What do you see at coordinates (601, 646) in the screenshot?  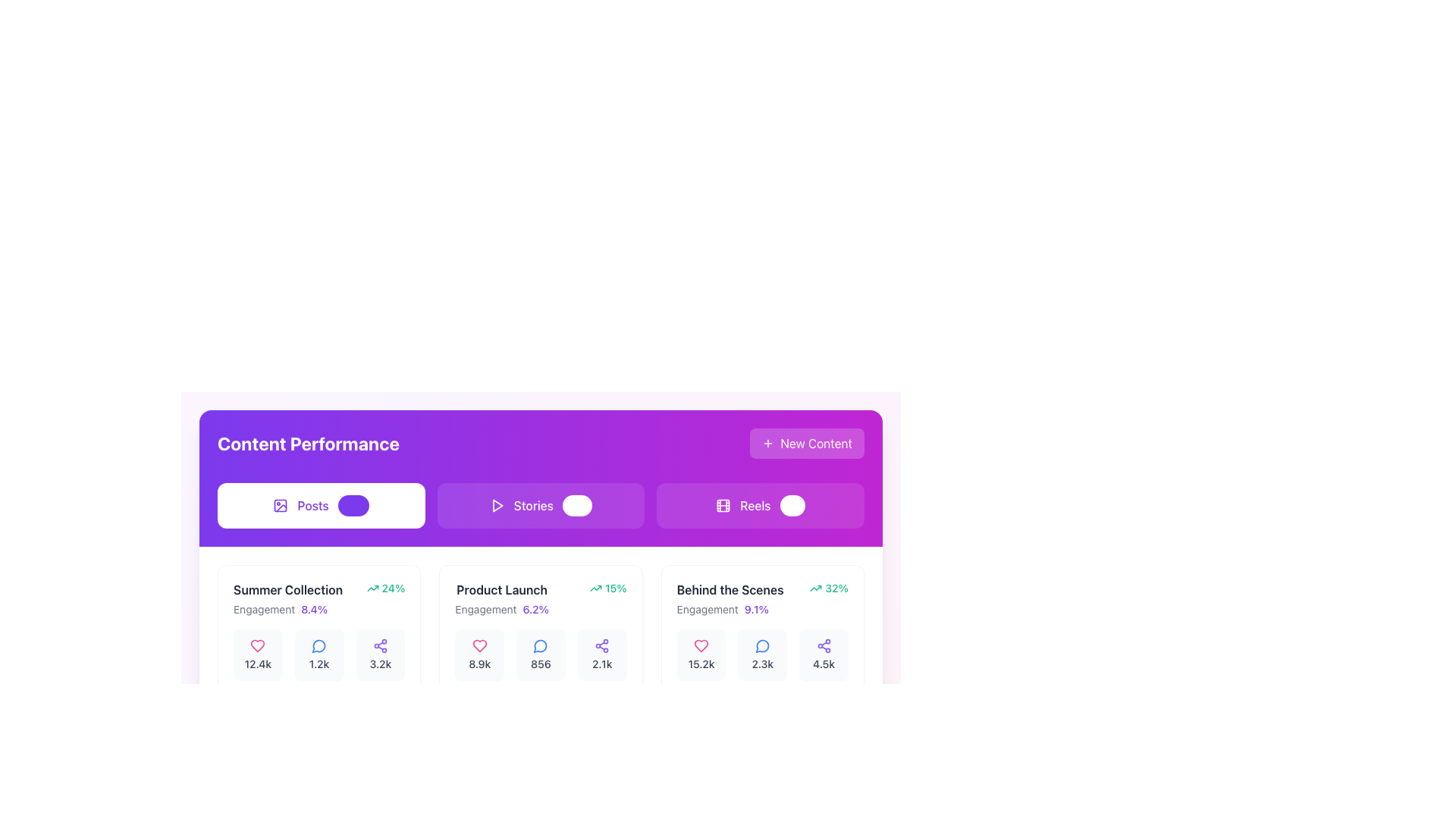 I see `the share icon button located centrally in the second column of the middle row under the 'Product Launch' section` at bounding box center [601, 646].